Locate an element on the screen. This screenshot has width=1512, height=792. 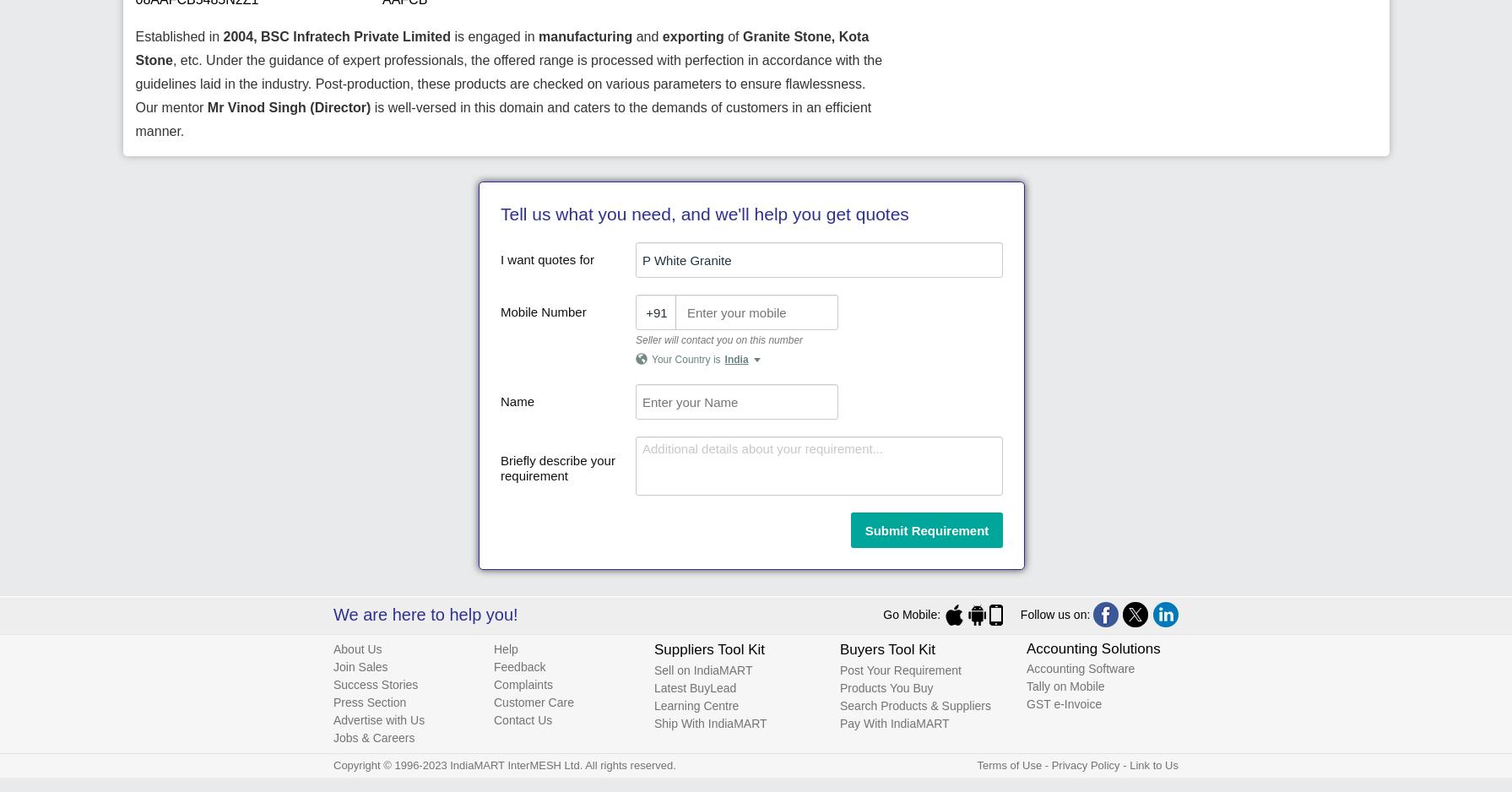
'Mr Vinod Singh (Director)' is located at coordinates (289, 106).